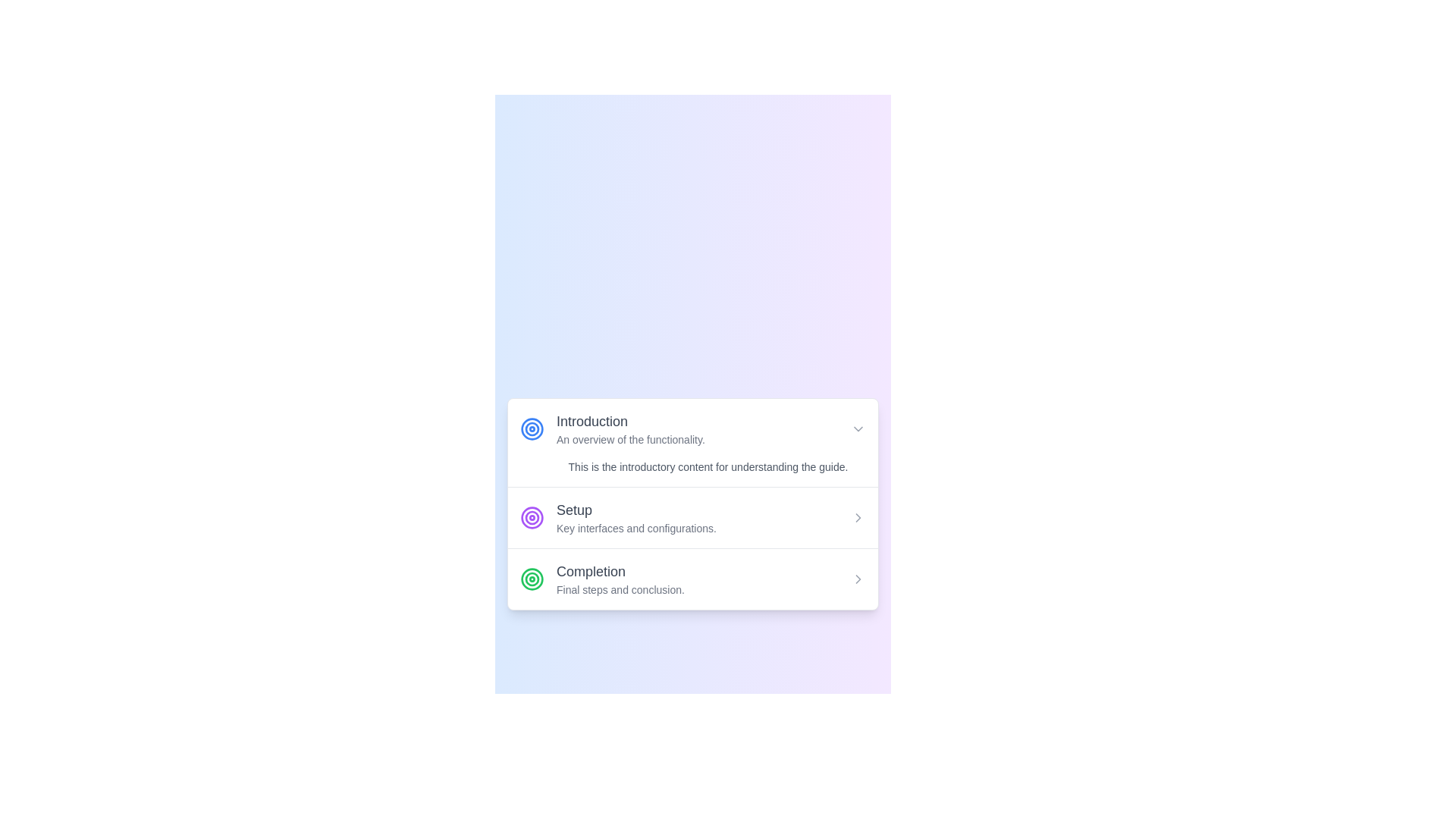 The image size is (1456, 819). Describe the element at coordinates (692, 516) in the screenshot. I see `the interactive list item titled 'Setup' with the subtitle 'Key interfaces and configurations'` at that location.